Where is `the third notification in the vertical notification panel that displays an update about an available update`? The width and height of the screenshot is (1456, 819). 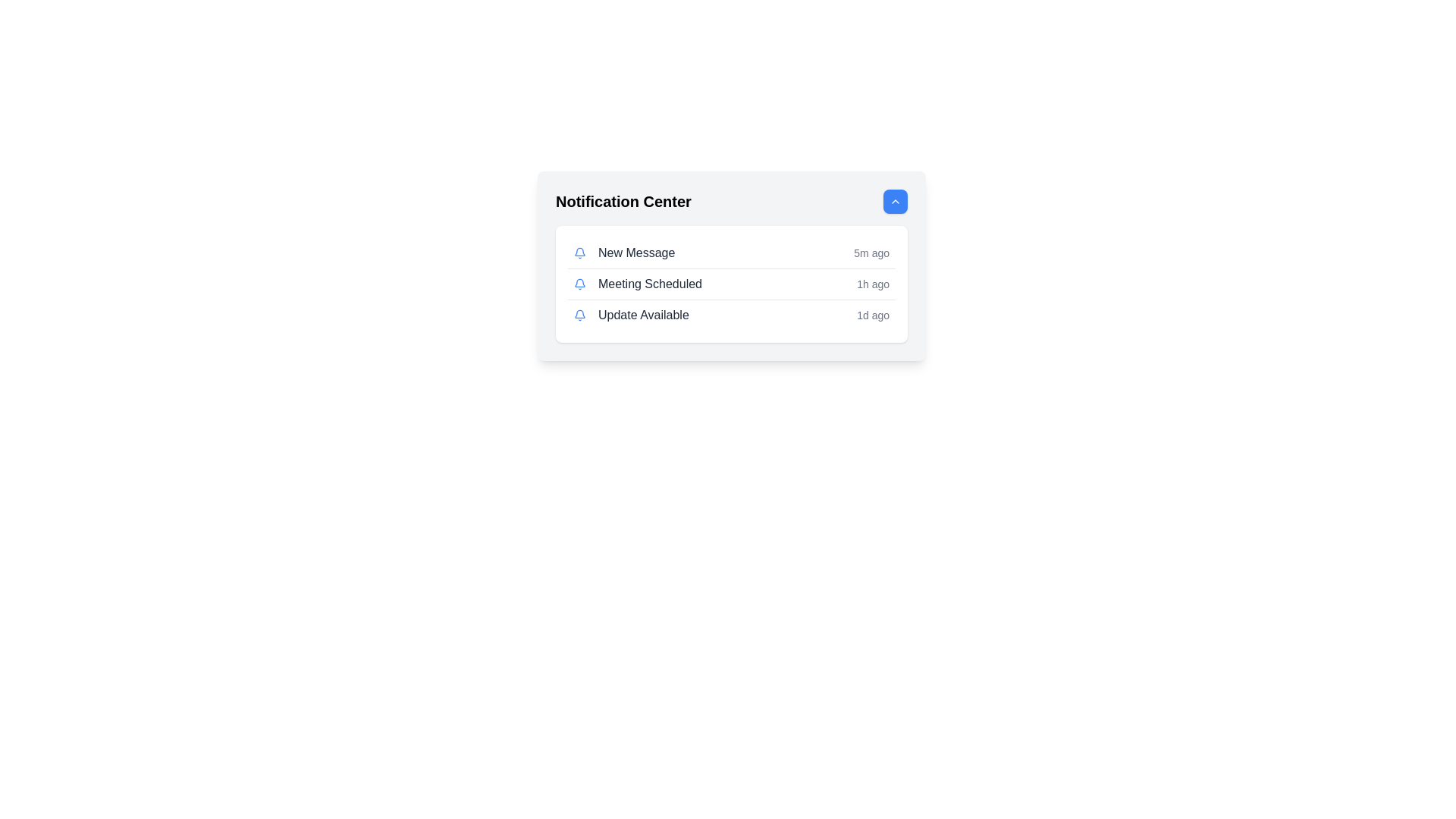 the third notification in the vertical notification panel that displays an update about an available update is located at coordinates (631, 315).